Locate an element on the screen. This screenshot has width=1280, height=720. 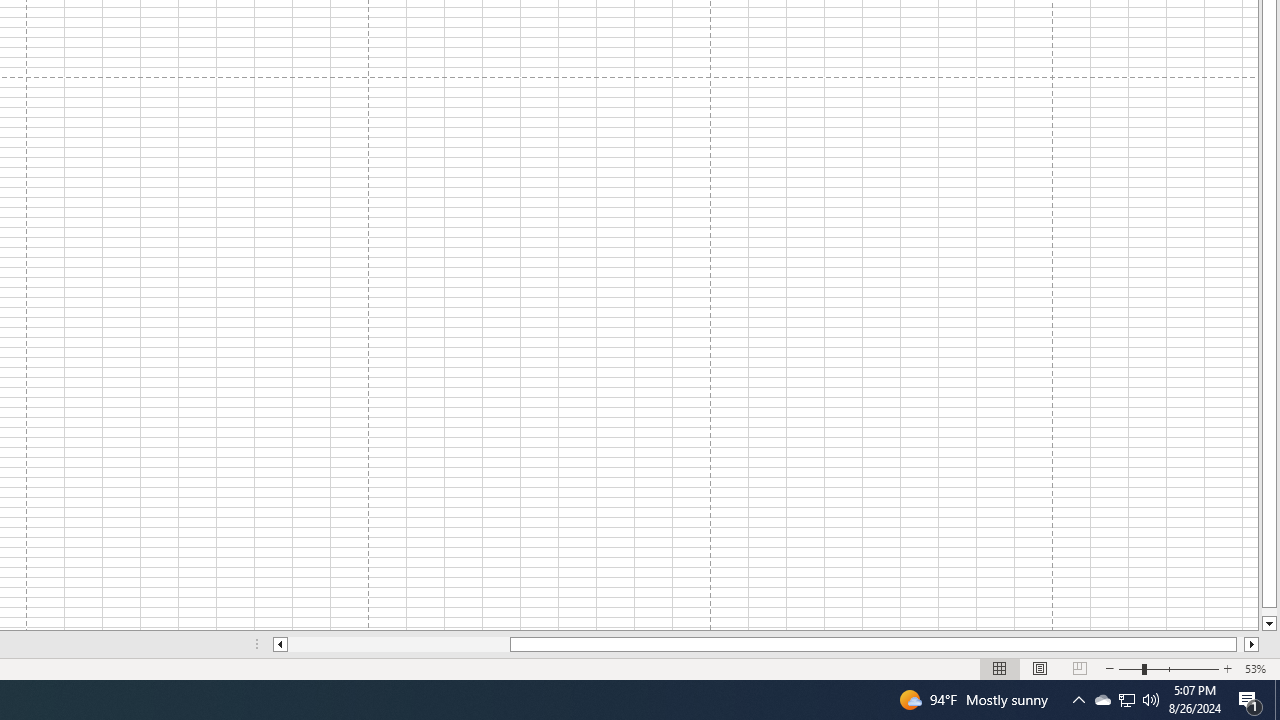
'Column right' is located at coordinates (1251, 644).